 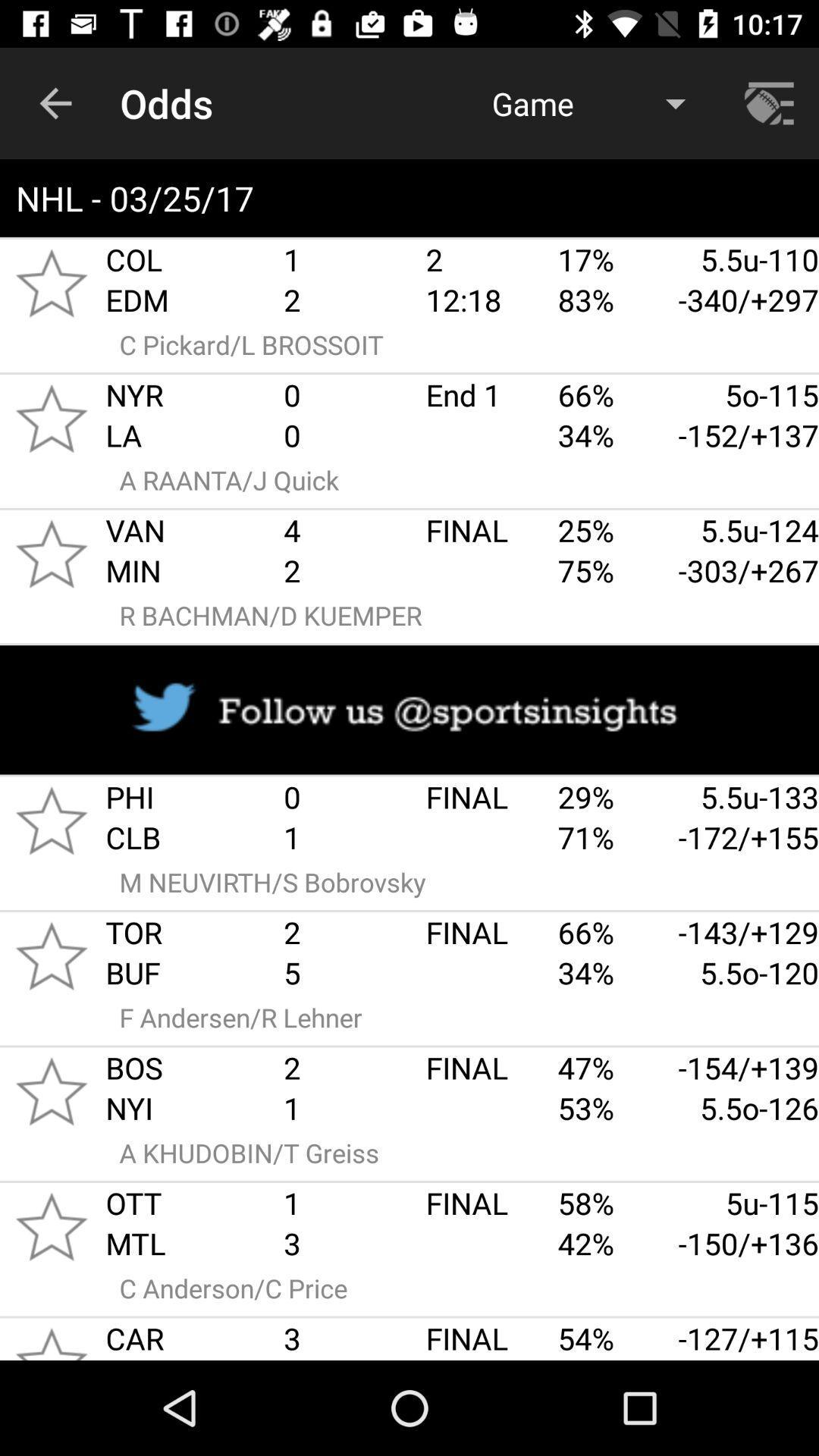 What do you see at coordinates (51, 1226) in the screenshot?
I see `option to select like` at bounding box center [51, 1226].